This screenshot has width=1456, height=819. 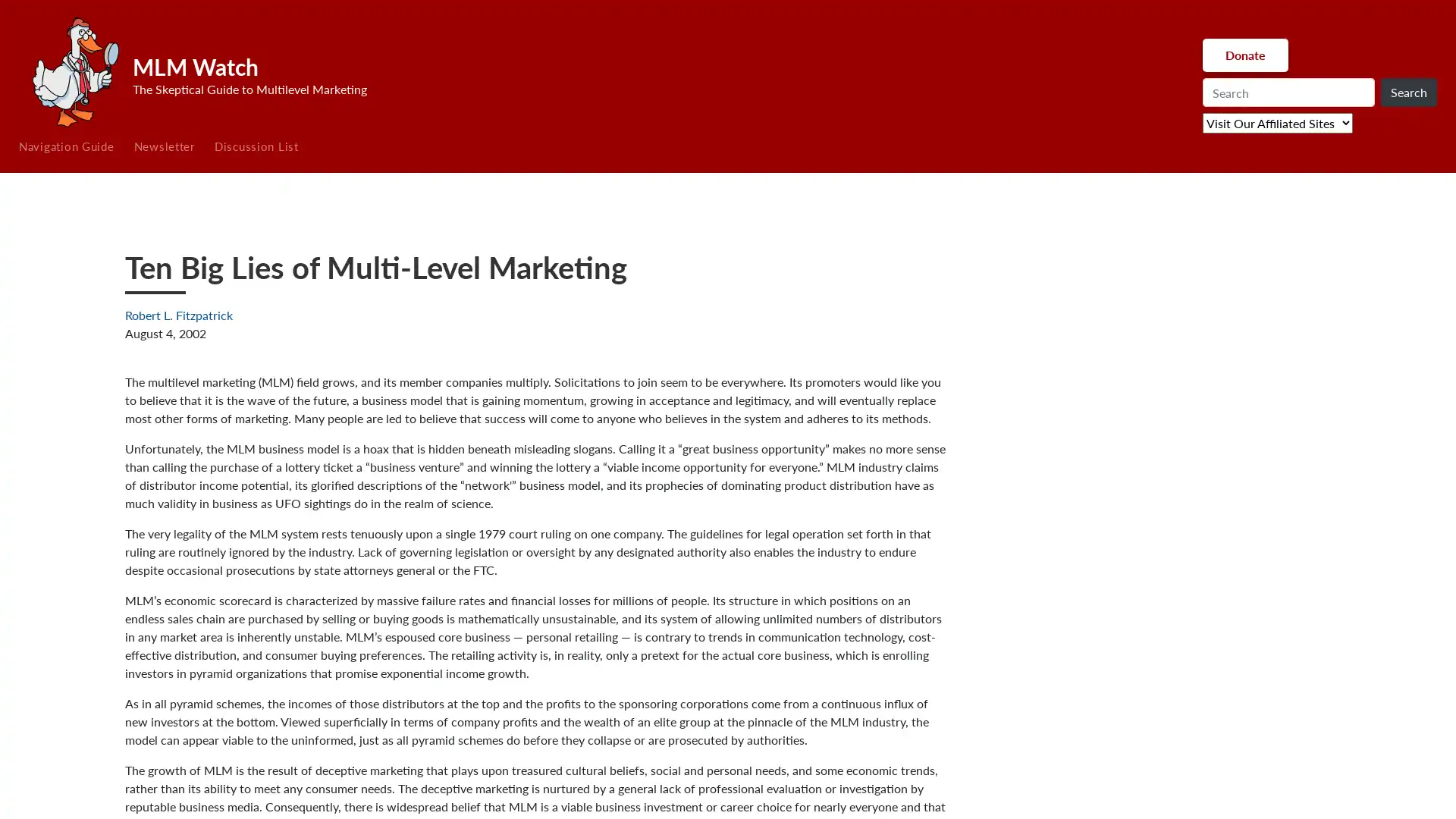 I want to click on Donate, so click(x=1244, y=55).